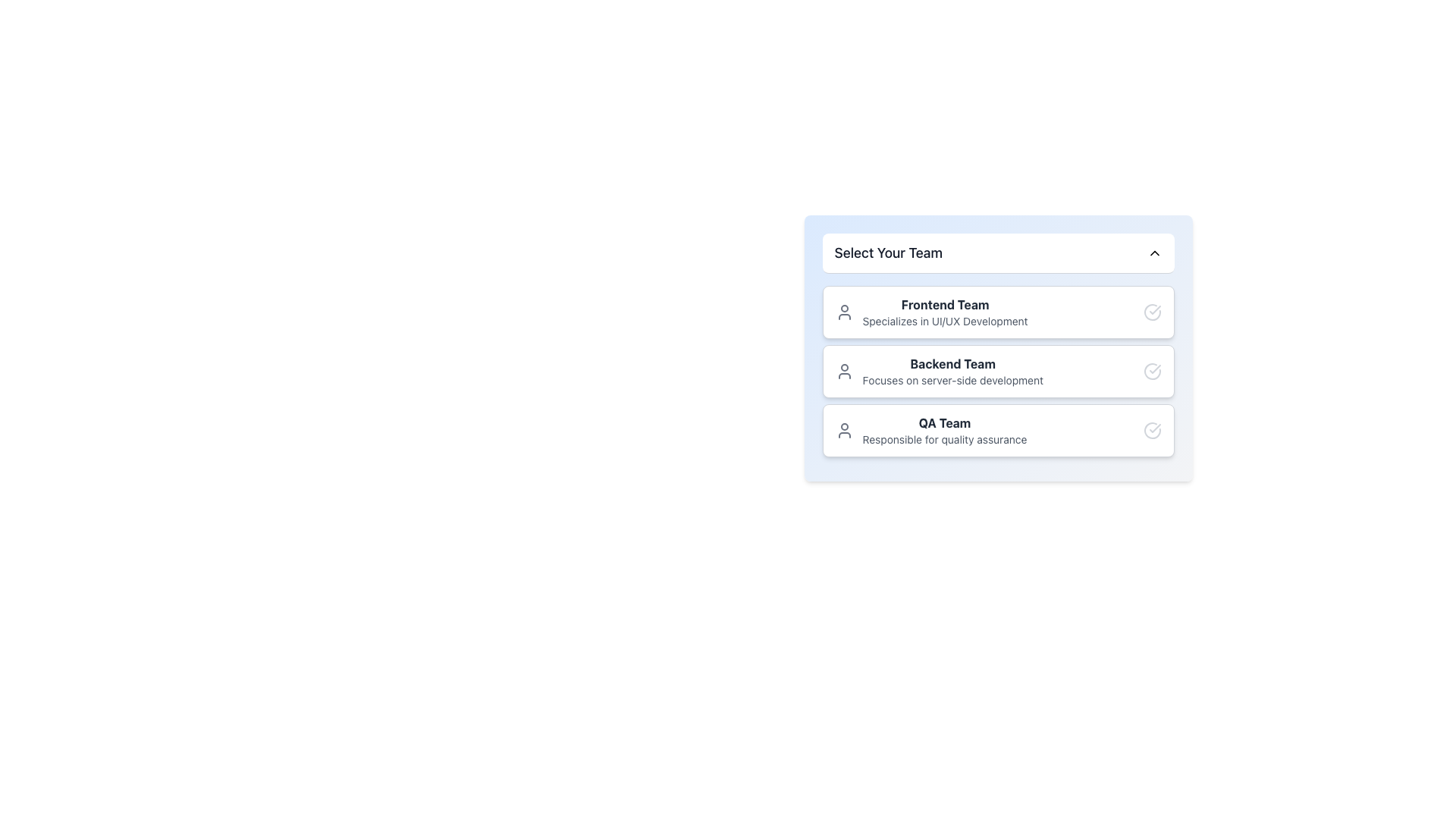 This screenshot has width=1456, height=819. I want to click on the completion icon located at the far-right of the 'QA Team' row in the 'Select Your Team' menu, which visually indicates that the QA Team is acknowledged, so click(1152, 430).